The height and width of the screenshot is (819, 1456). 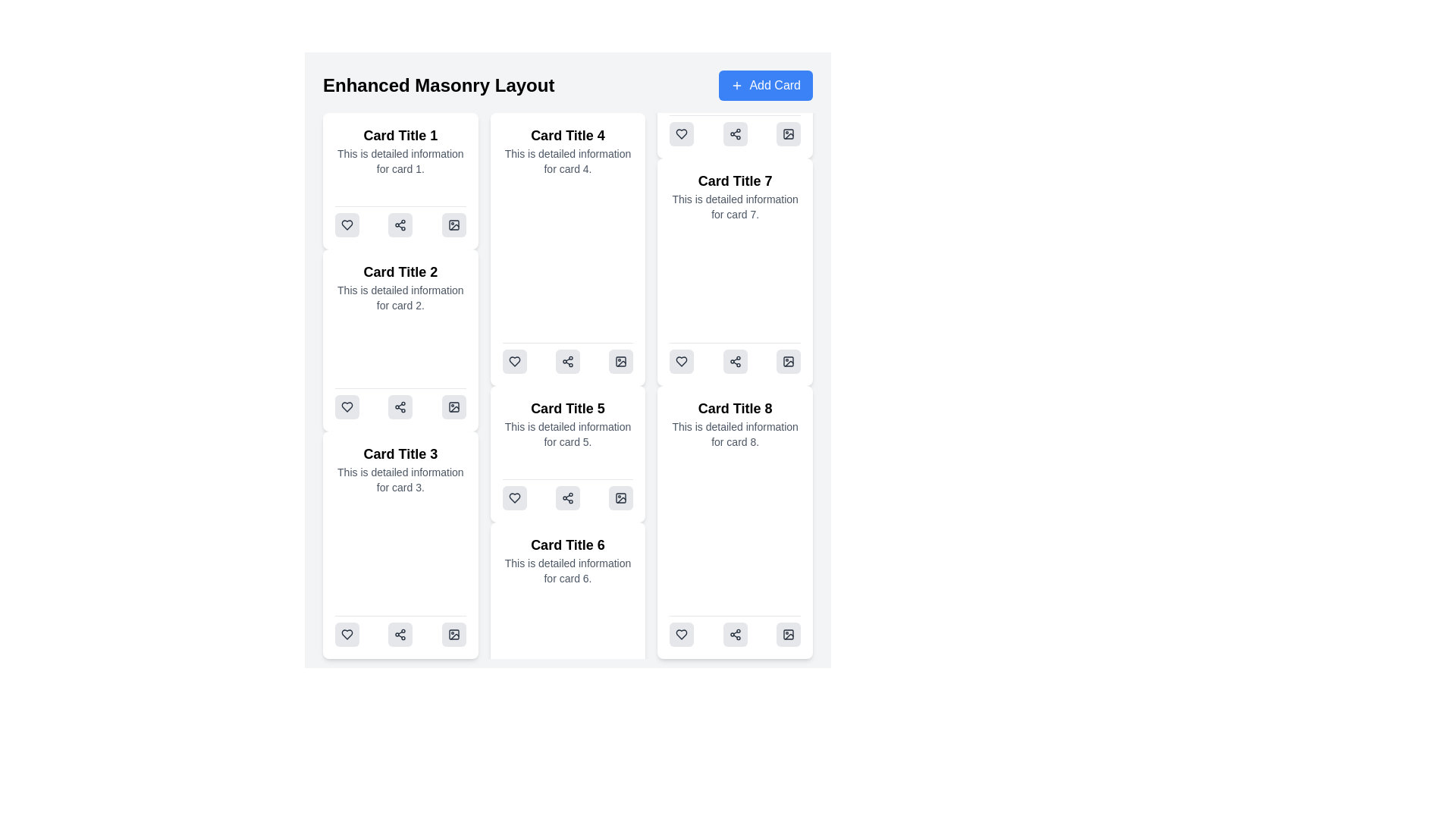 I want to click on the heart icon in 'Card Title 2', so click(x=346, y=225).